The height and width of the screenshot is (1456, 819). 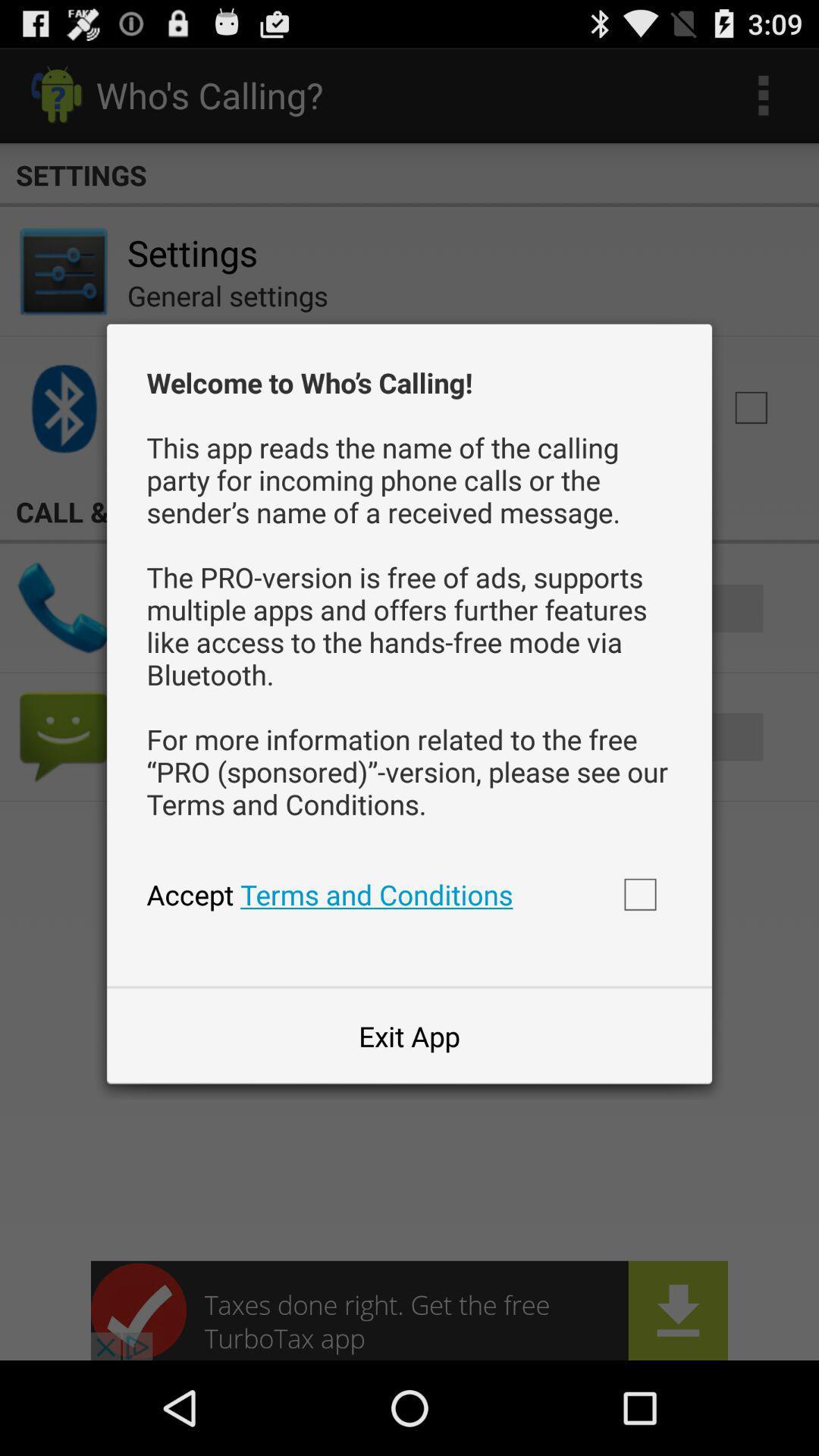 What do you see at coordinates (640, 894) in the screenshot?
I see `accept terms and conditions box` at bounding box center [640, 894].